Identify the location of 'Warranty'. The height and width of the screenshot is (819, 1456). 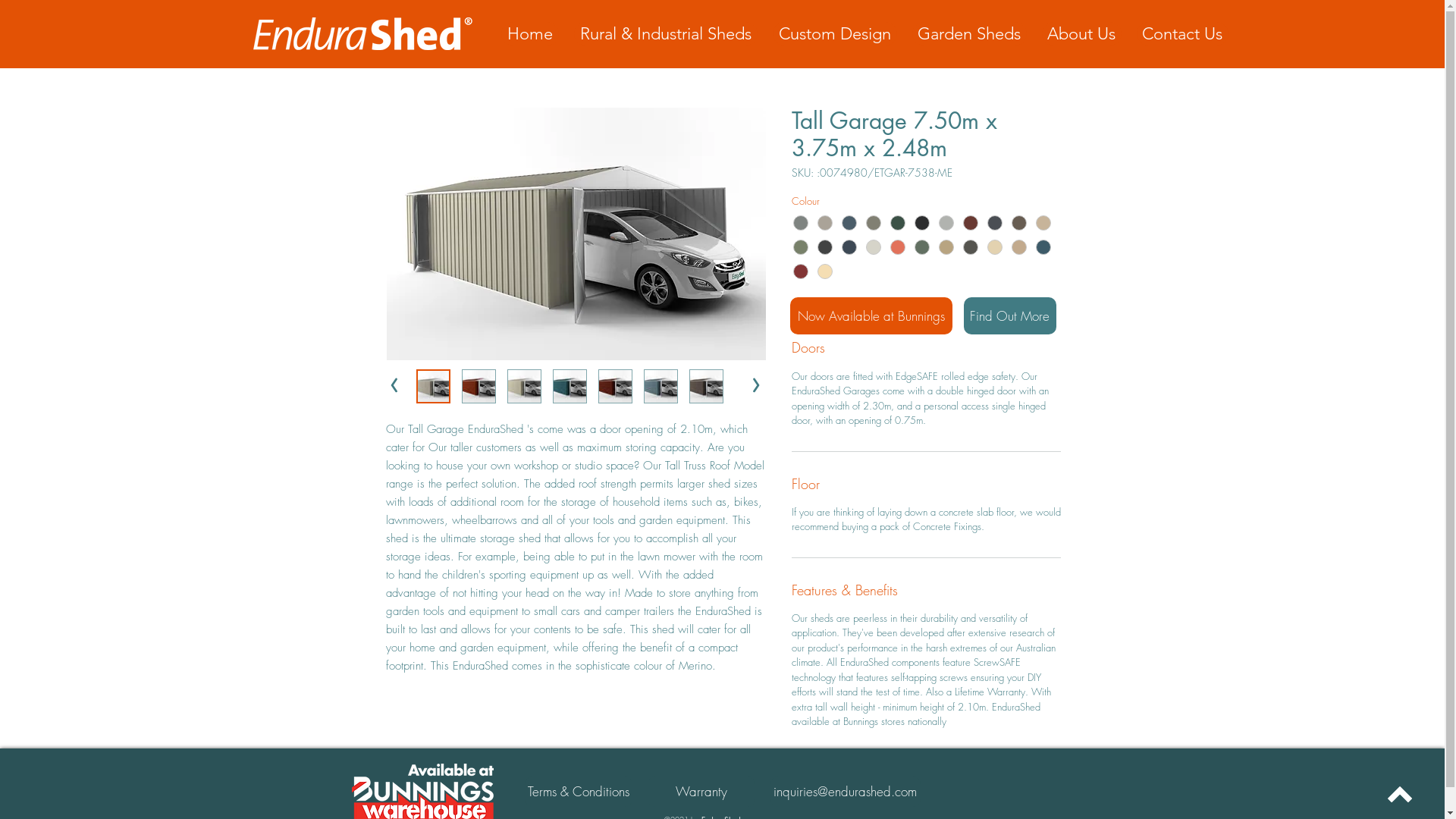
(648, 791).